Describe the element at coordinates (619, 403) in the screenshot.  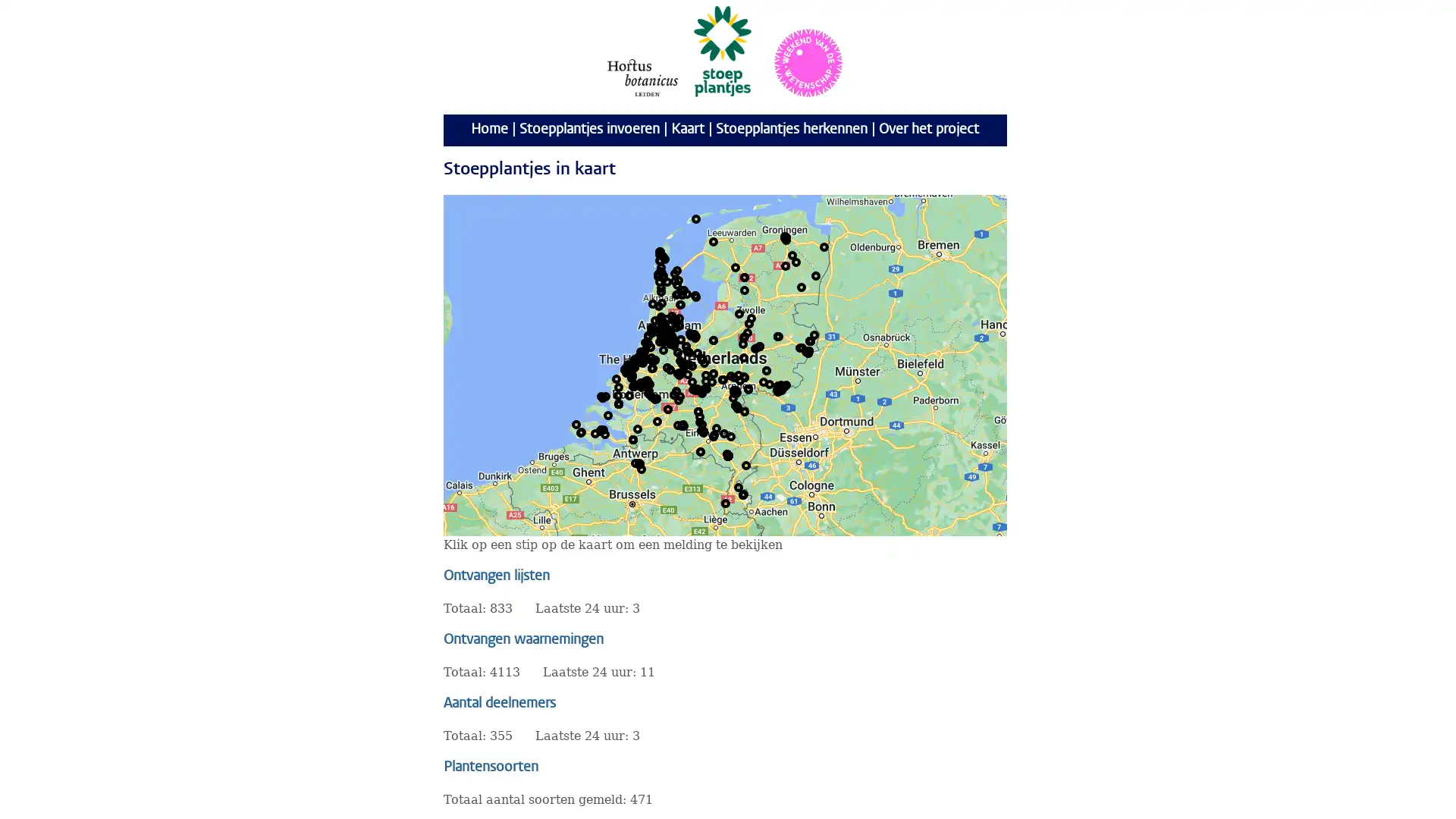
I see `Telling van Danysha op 03 juni 2022` at that location.